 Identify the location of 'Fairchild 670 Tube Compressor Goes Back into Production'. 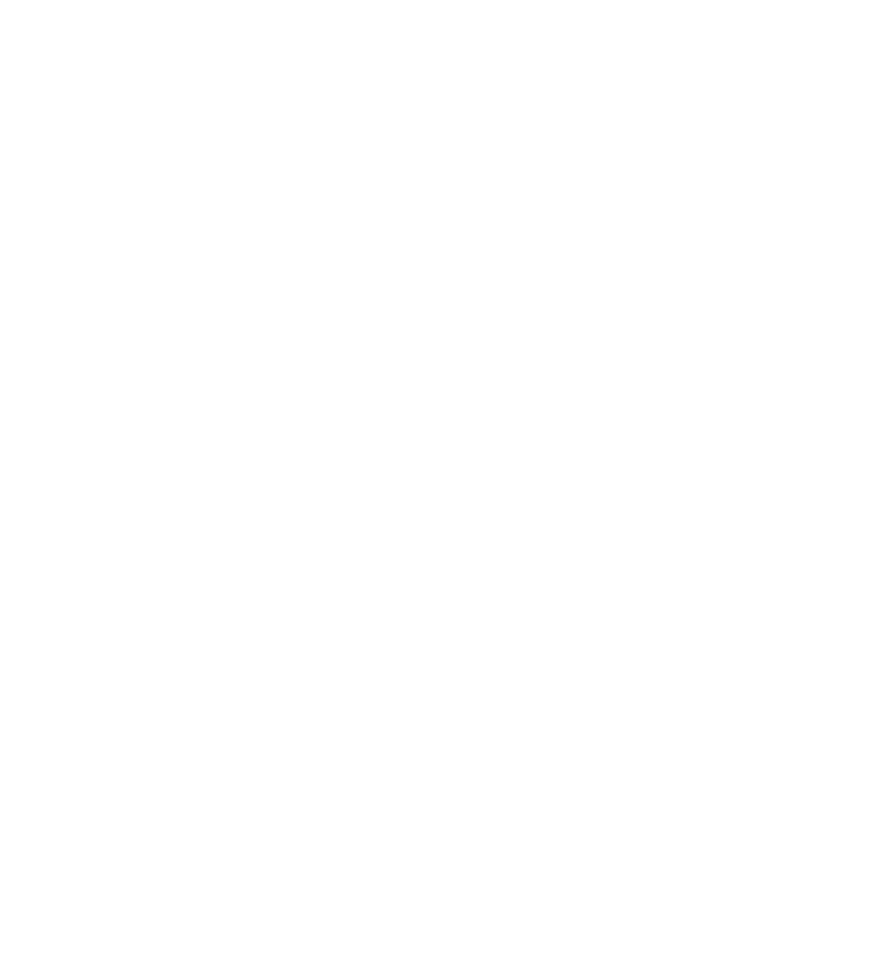
(364, 832).